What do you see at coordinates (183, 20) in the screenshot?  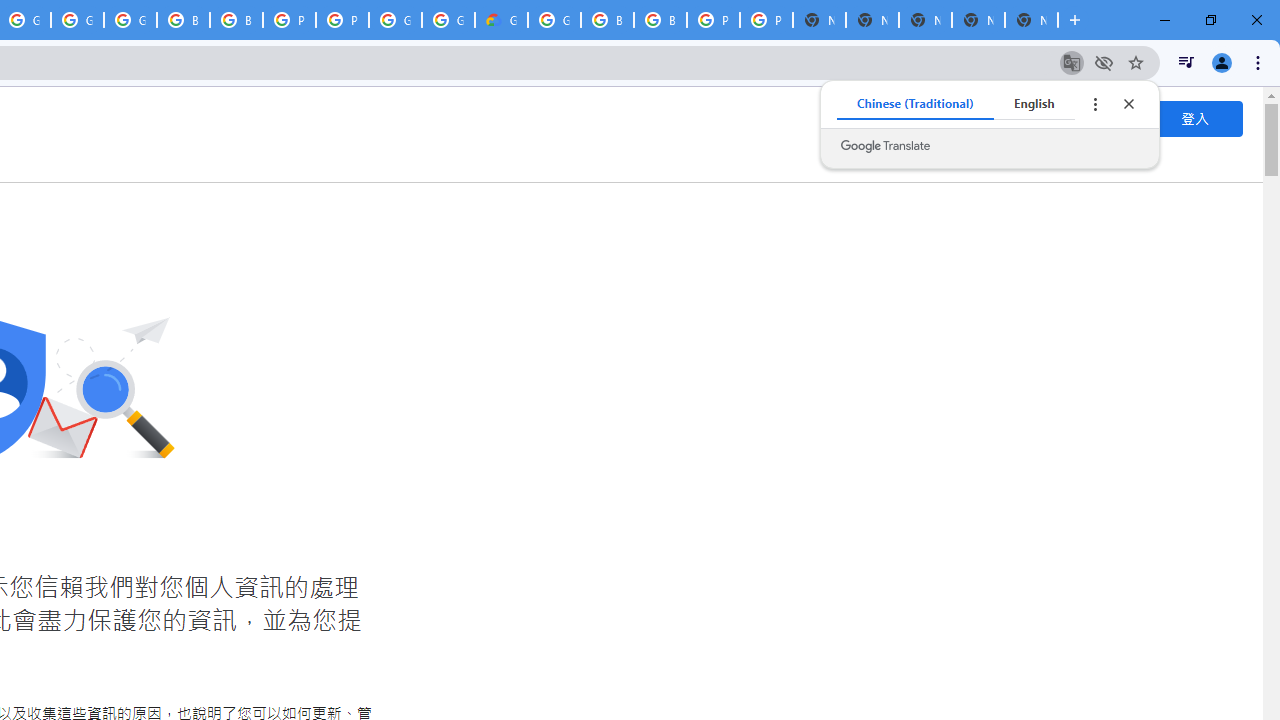 I see `'Browse Chrome as a guest - Computer - Google Chrome Help'` at bounding box center [183, 20].